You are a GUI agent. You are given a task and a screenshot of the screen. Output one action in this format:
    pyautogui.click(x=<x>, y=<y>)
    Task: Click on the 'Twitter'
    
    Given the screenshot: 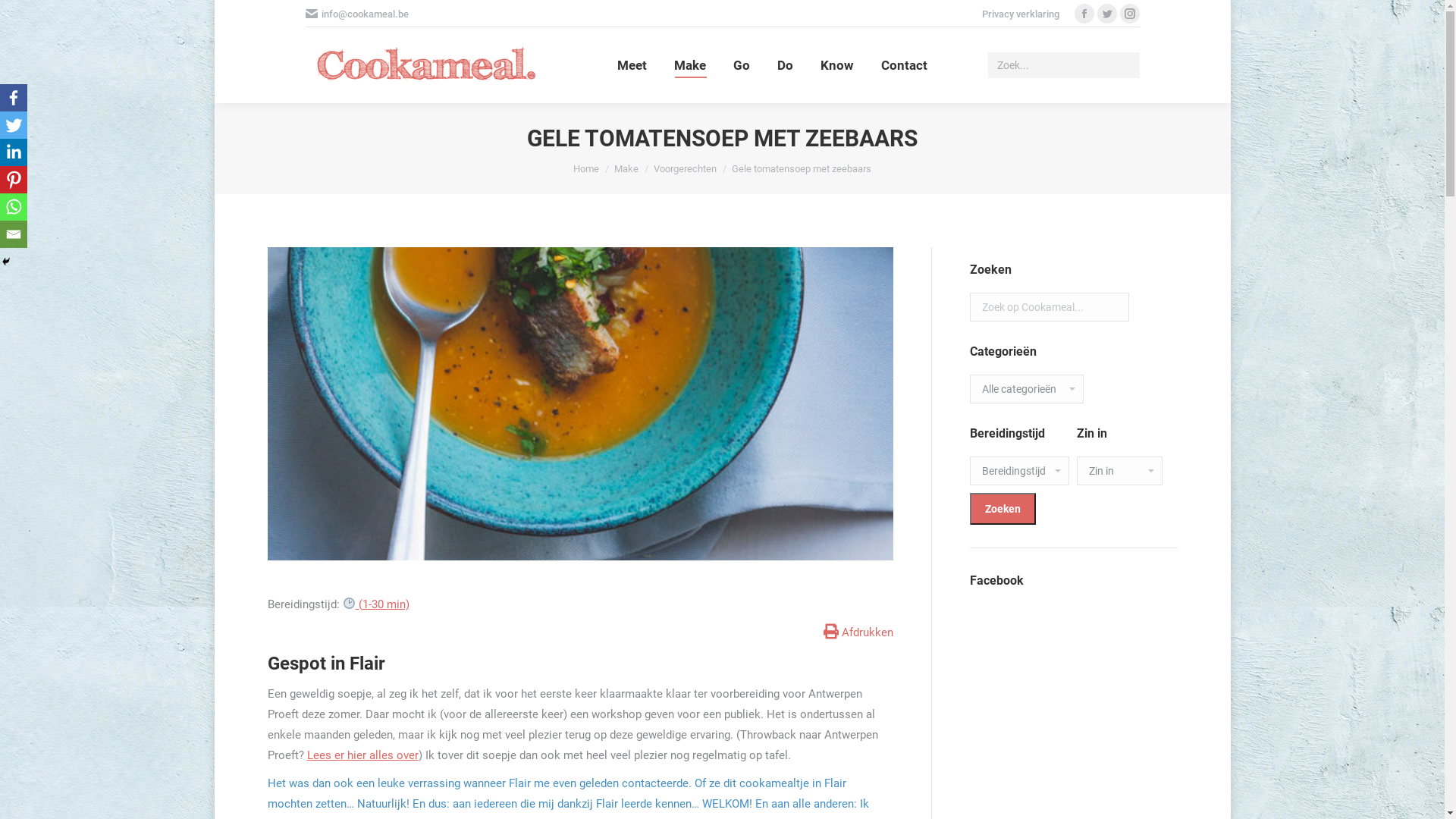 What is the action you would take?
    pyautogui.click(x=14, y=124)
    